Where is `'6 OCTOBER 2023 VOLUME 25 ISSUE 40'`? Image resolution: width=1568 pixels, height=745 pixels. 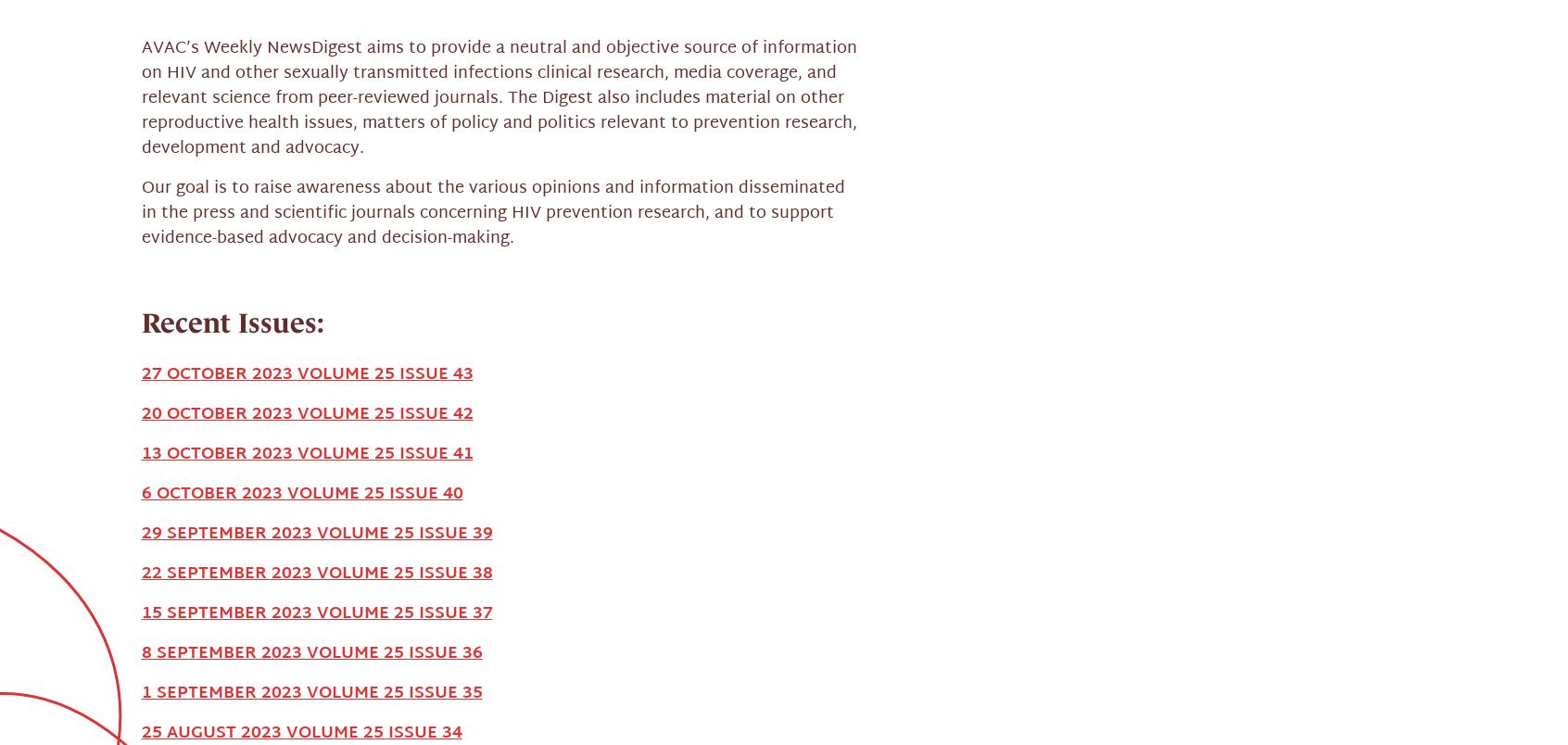 '6 OCTOBER 2023 VOLUME 25 ISSUE 40' is located at coordinates (139, 158).